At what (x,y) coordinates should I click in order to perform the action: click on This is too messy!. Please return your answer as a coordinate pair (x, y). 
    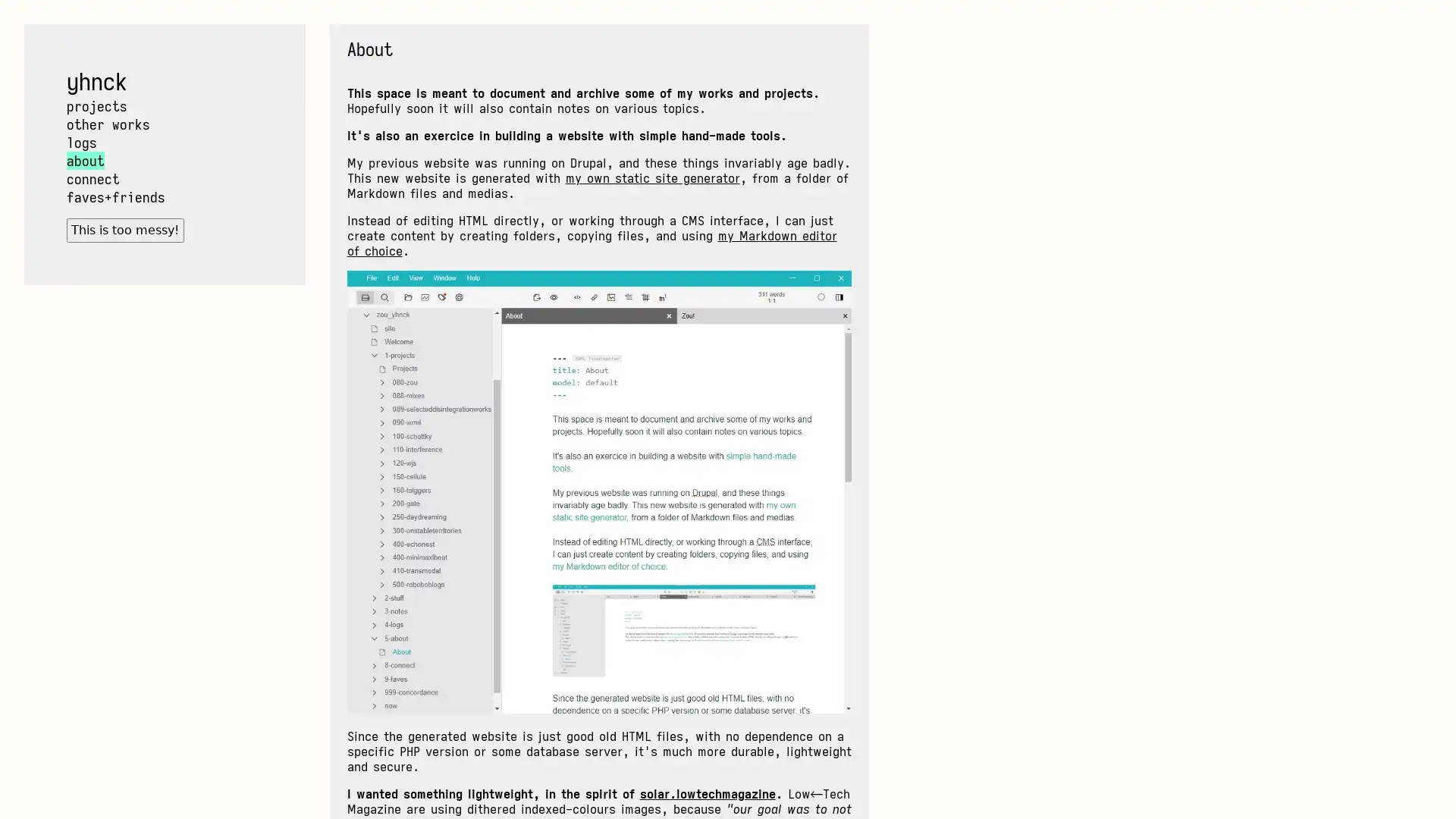
    Looking at the image, I should click on (124, 230).